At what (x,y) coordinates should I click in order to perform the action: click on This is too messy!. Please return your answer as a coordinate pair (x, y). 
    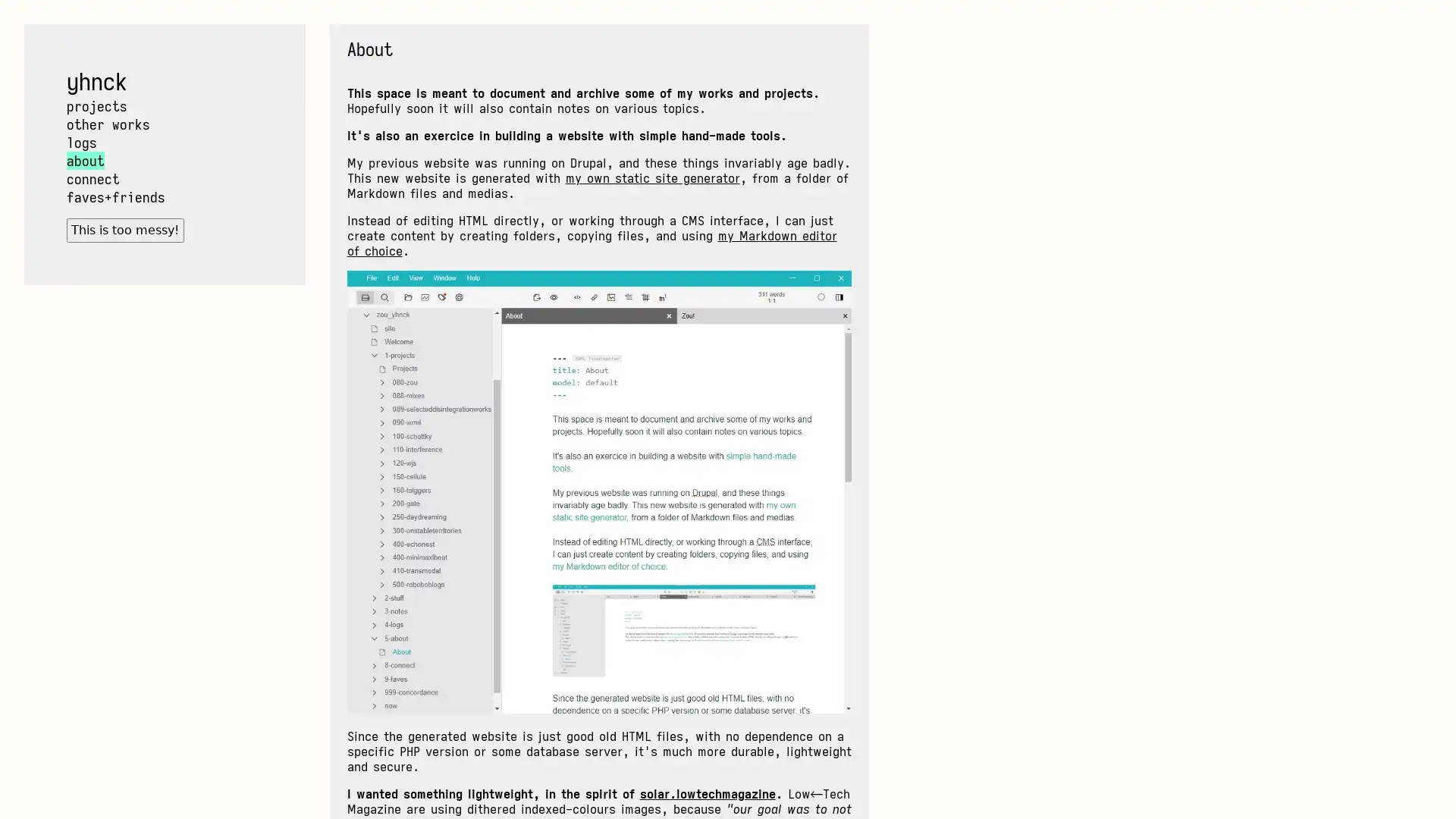
    Looking at the image, I should click on (124, 230).